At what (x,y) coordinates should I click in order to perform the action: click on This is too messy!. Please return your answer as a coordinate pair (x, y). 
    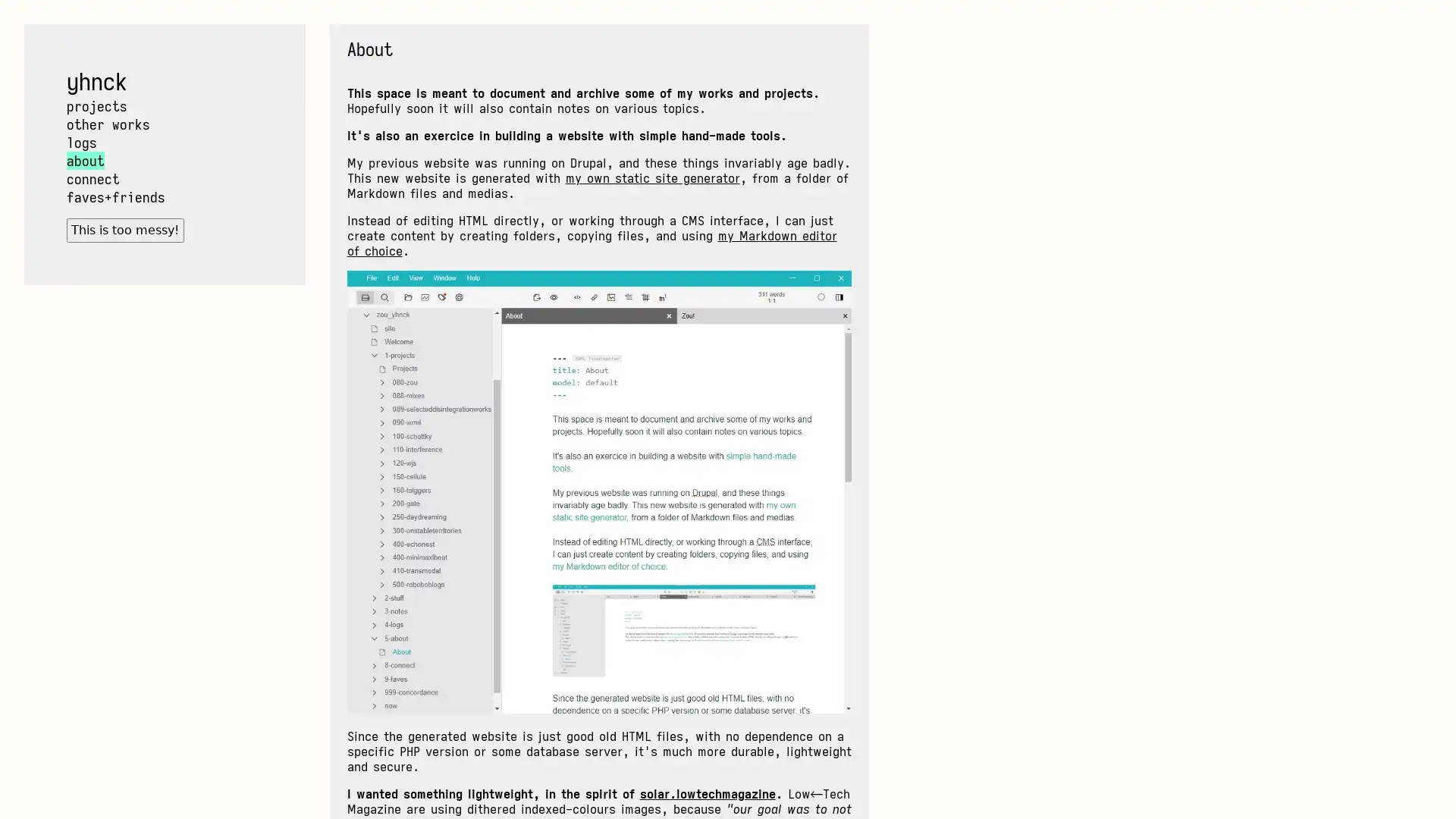
    Looking at the image, I should click on (124, 230).